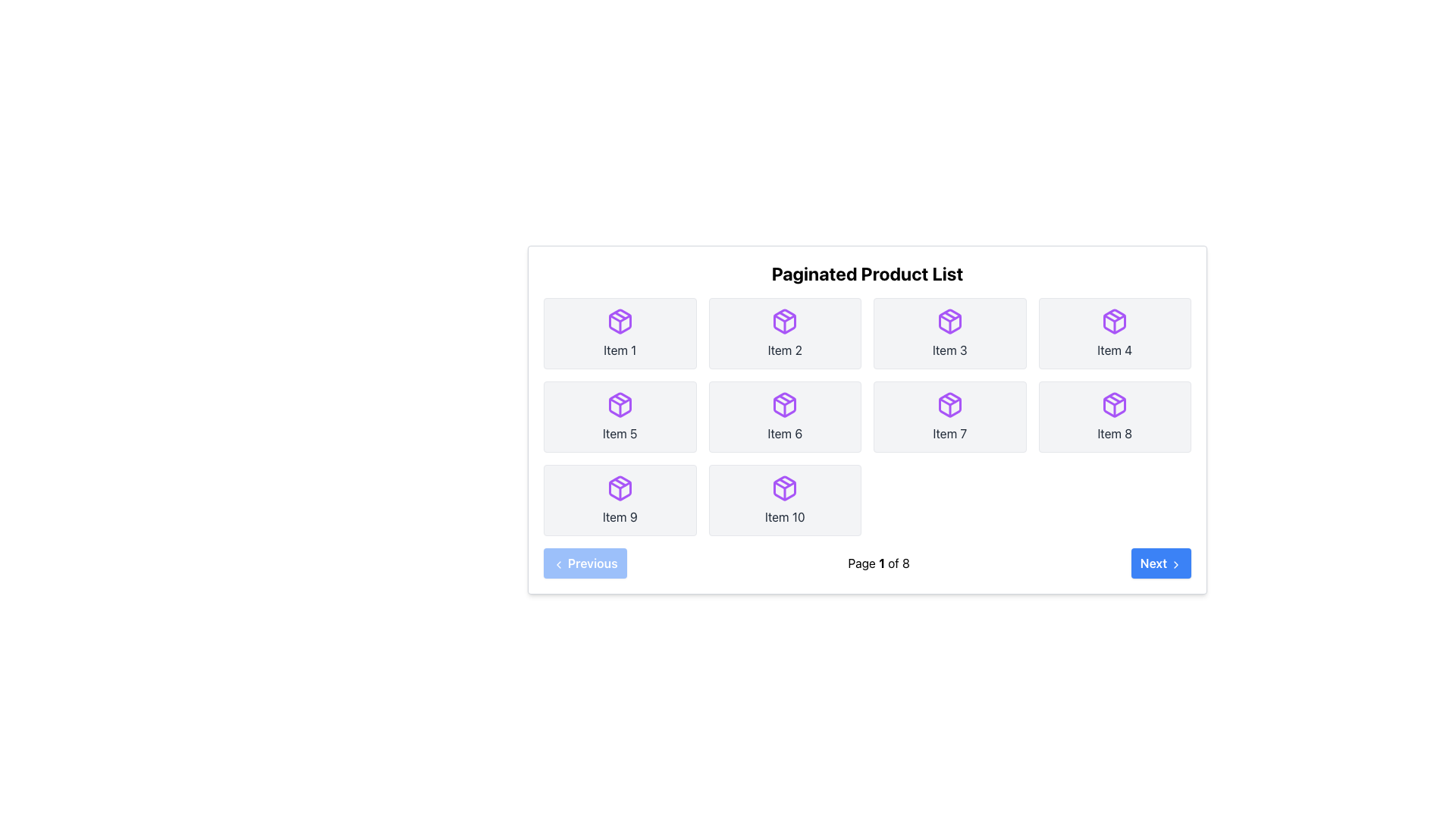 This screenshot has height=819, width=1456. What do you see at coordinates (949, 321) in the screenshot?
I see `the purple, outlined package icon resembling a 3D box located in the third tile of the top row labeled 'Item 3'` at bounding box center [949, 321].